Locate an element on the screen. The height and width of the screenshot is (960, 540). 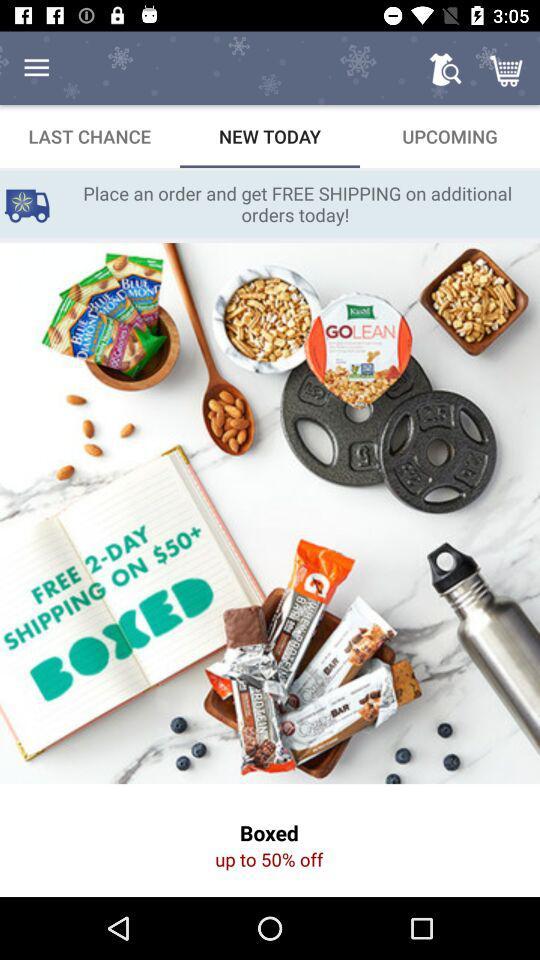
the symbol which is in the color of blue is located at coordinates (26, 204).